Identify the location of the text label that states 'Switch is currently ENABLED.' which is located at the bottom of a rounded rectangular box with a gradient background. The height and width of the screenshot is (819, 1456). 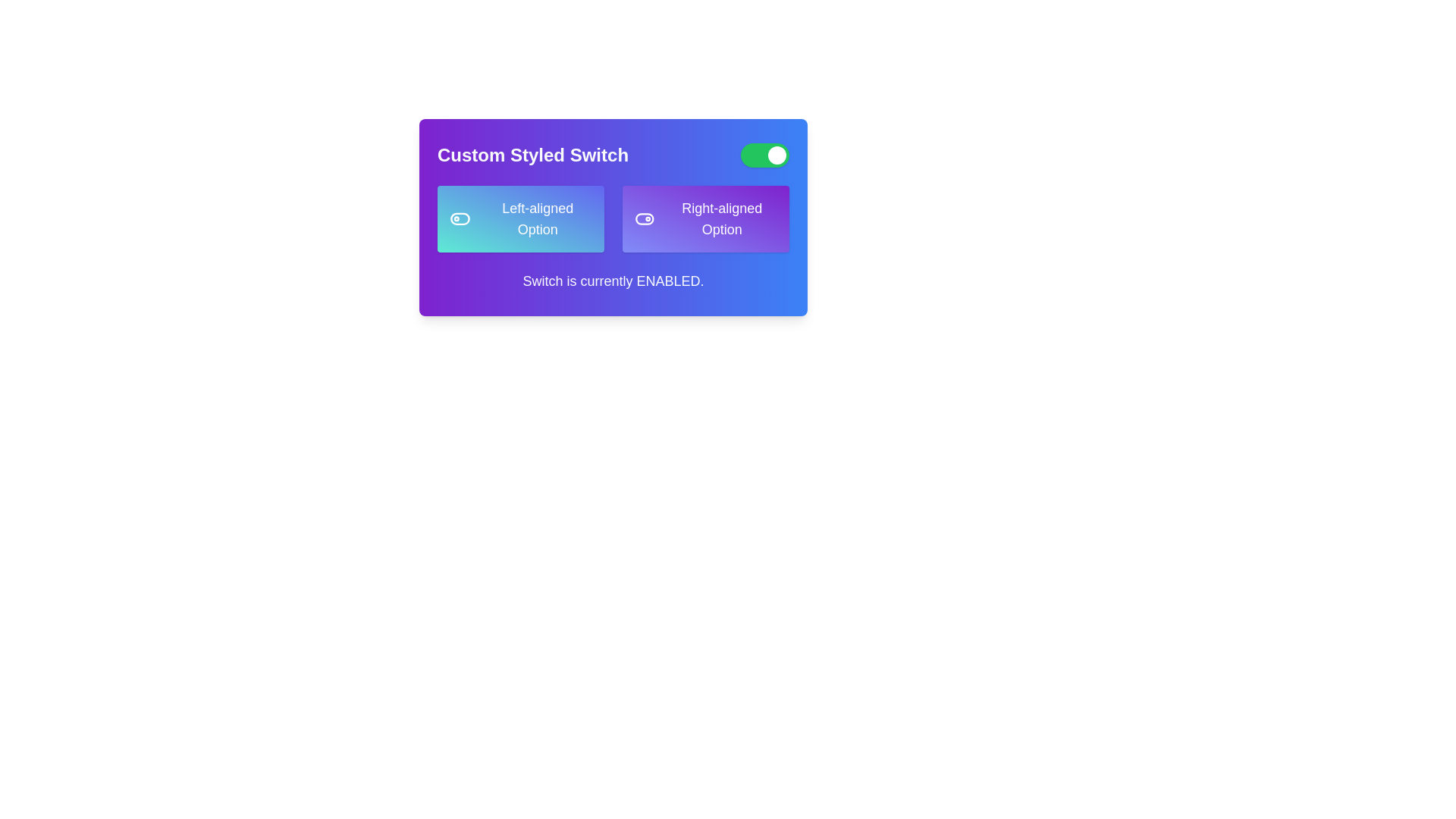
(613, 281).